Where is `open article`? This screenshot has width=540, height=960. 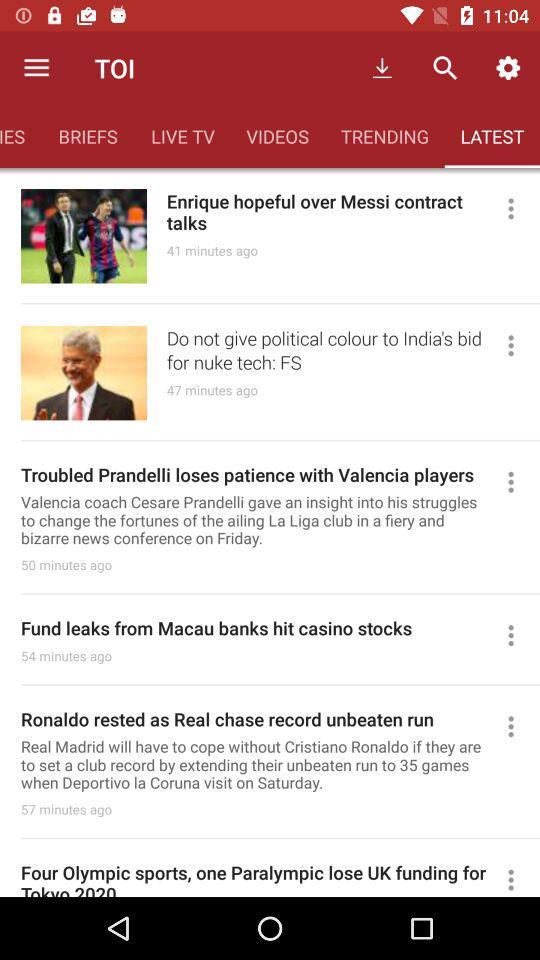
open article is located at coordinates (519, 208).